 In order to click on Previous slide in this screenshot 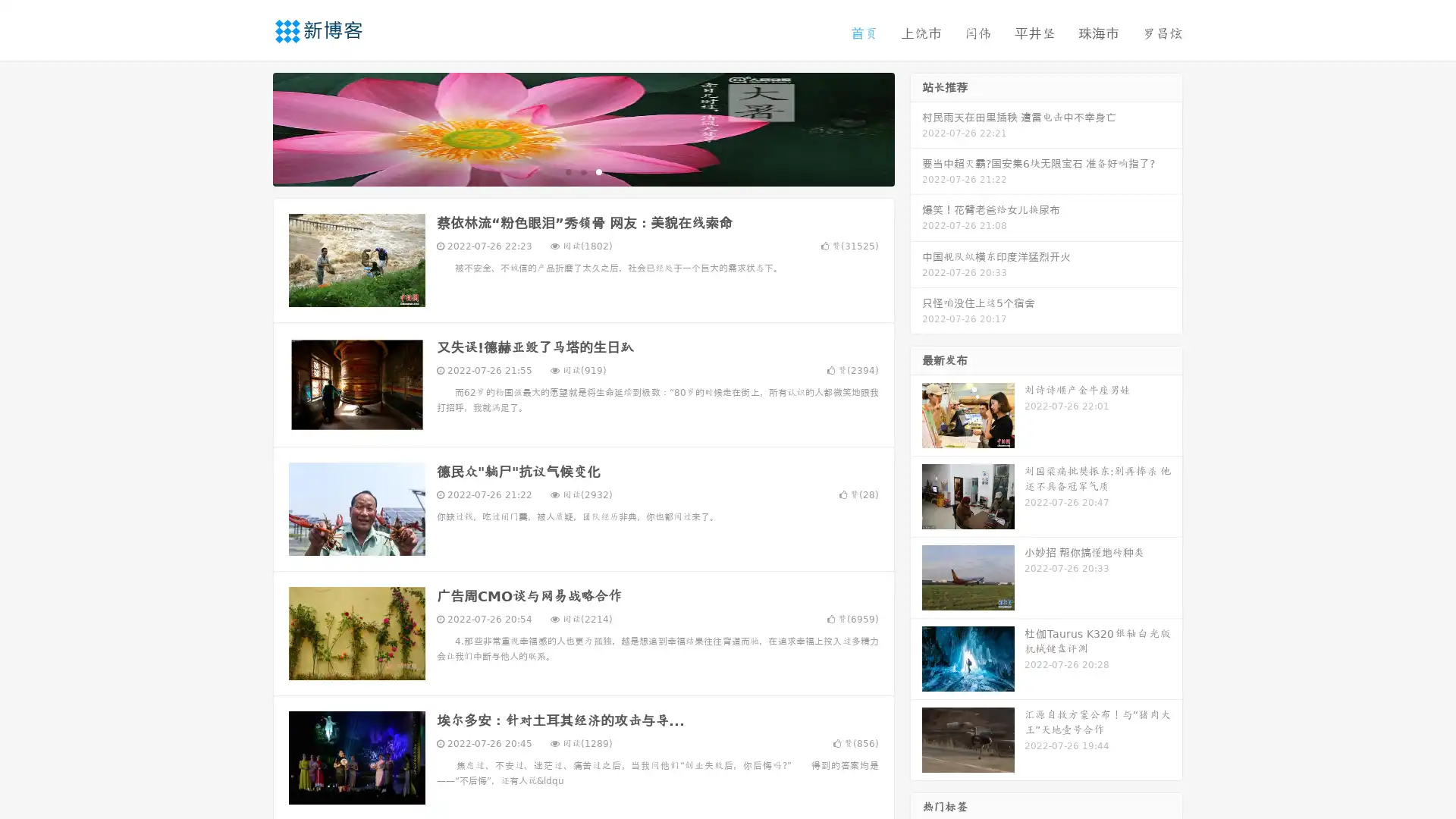, I will do `click(250, 127)`.